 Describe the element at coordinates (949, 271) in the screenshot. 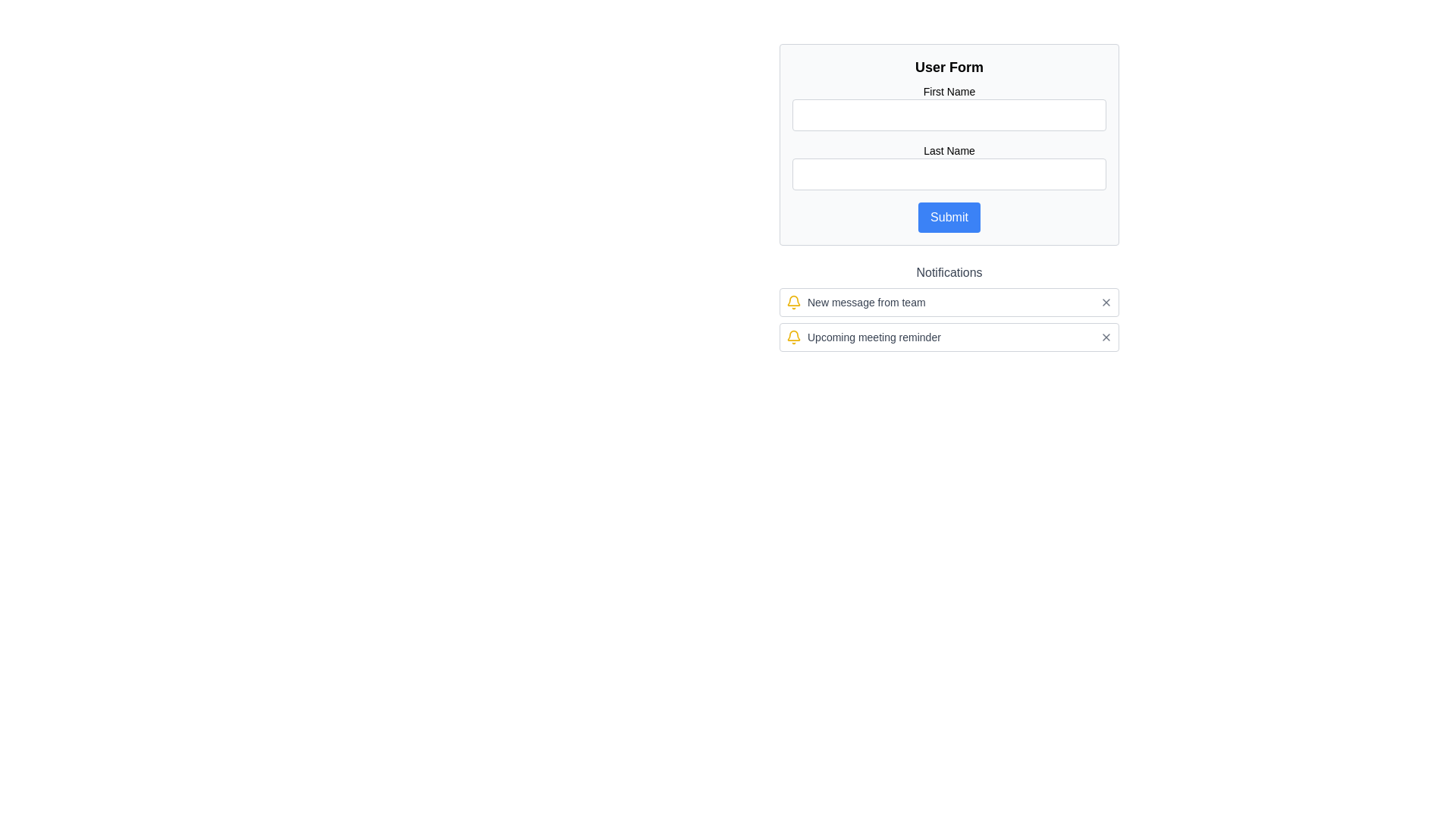

I see `the static text element displaying 'Notifications' at the top of the notification panel` at that location.